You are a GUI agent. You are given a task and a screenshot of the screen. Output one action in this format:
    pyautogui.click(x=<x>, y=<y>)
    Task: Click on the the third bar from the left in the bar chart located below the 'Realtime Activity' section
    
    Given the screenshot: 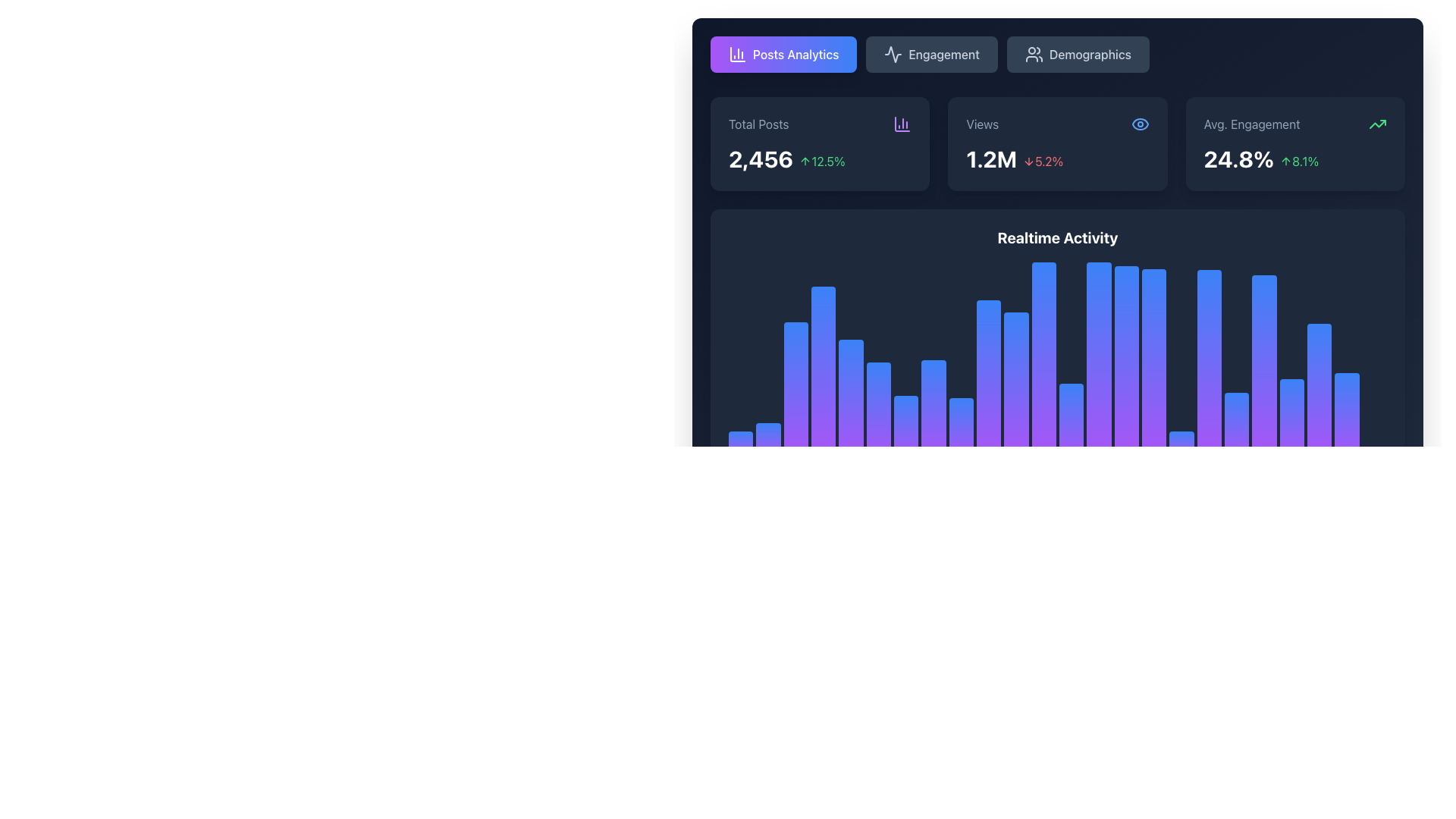 What is the action you would take?
    pyautogui.click(x=795, y=367)
    